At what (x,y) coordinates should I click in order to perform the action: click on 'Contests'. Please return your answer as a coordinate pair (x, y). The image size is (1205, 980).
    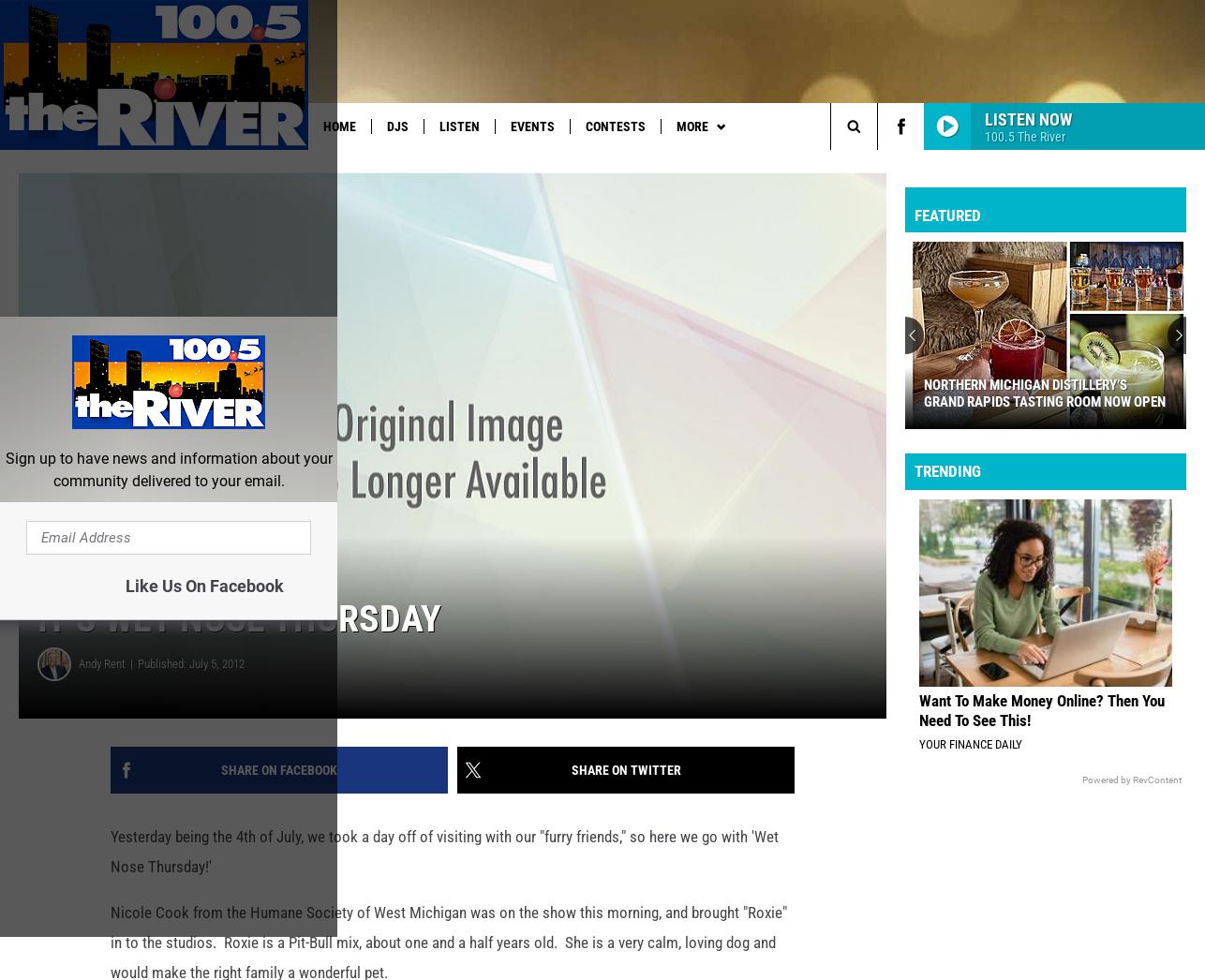
    Looking at the image, I should click on (614, 126).